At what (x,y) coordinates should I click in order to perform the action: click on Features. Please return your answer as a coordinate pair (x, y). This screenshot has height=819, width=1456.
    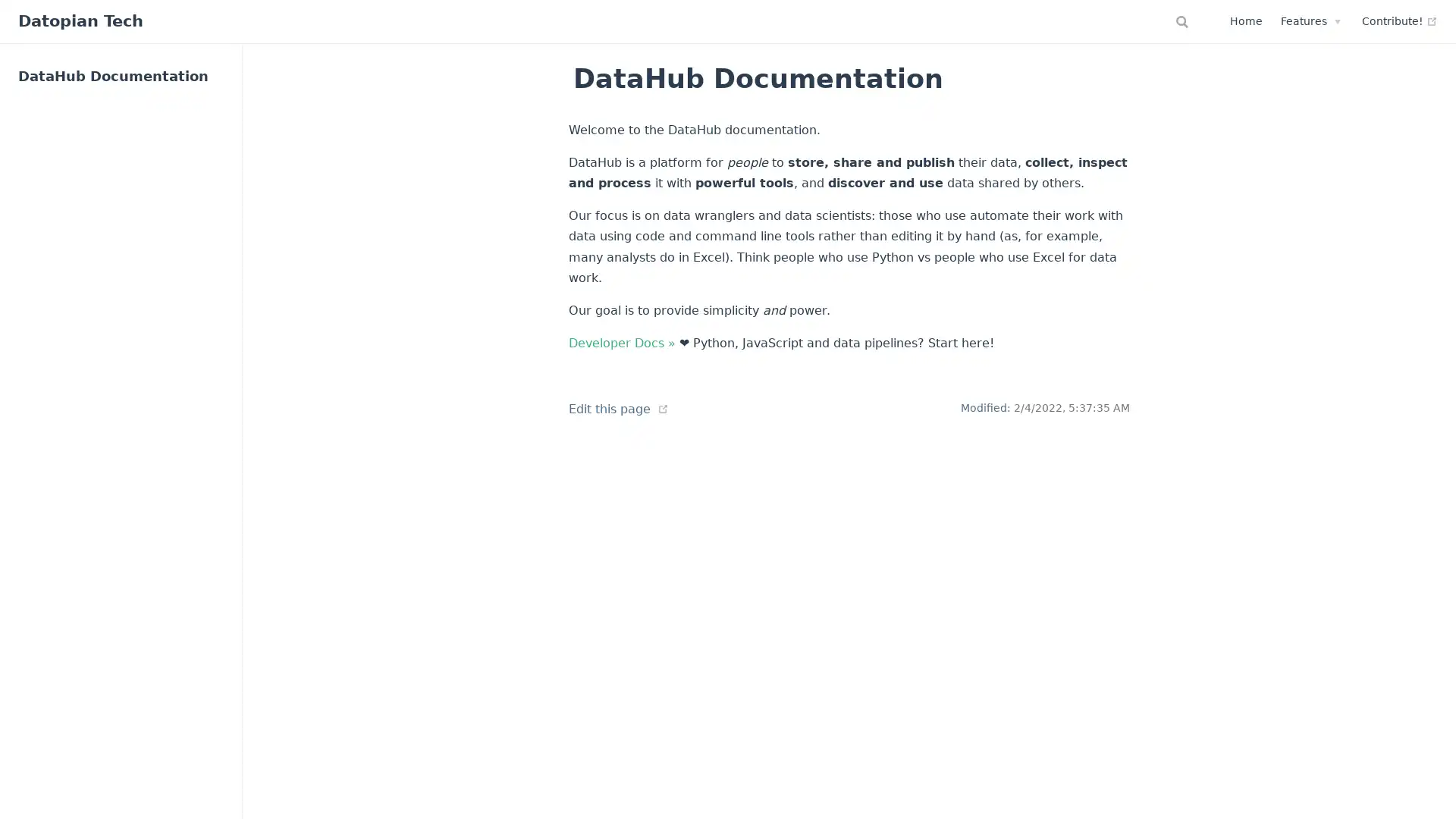
    Looking at the image, I should click on (1310, 20).